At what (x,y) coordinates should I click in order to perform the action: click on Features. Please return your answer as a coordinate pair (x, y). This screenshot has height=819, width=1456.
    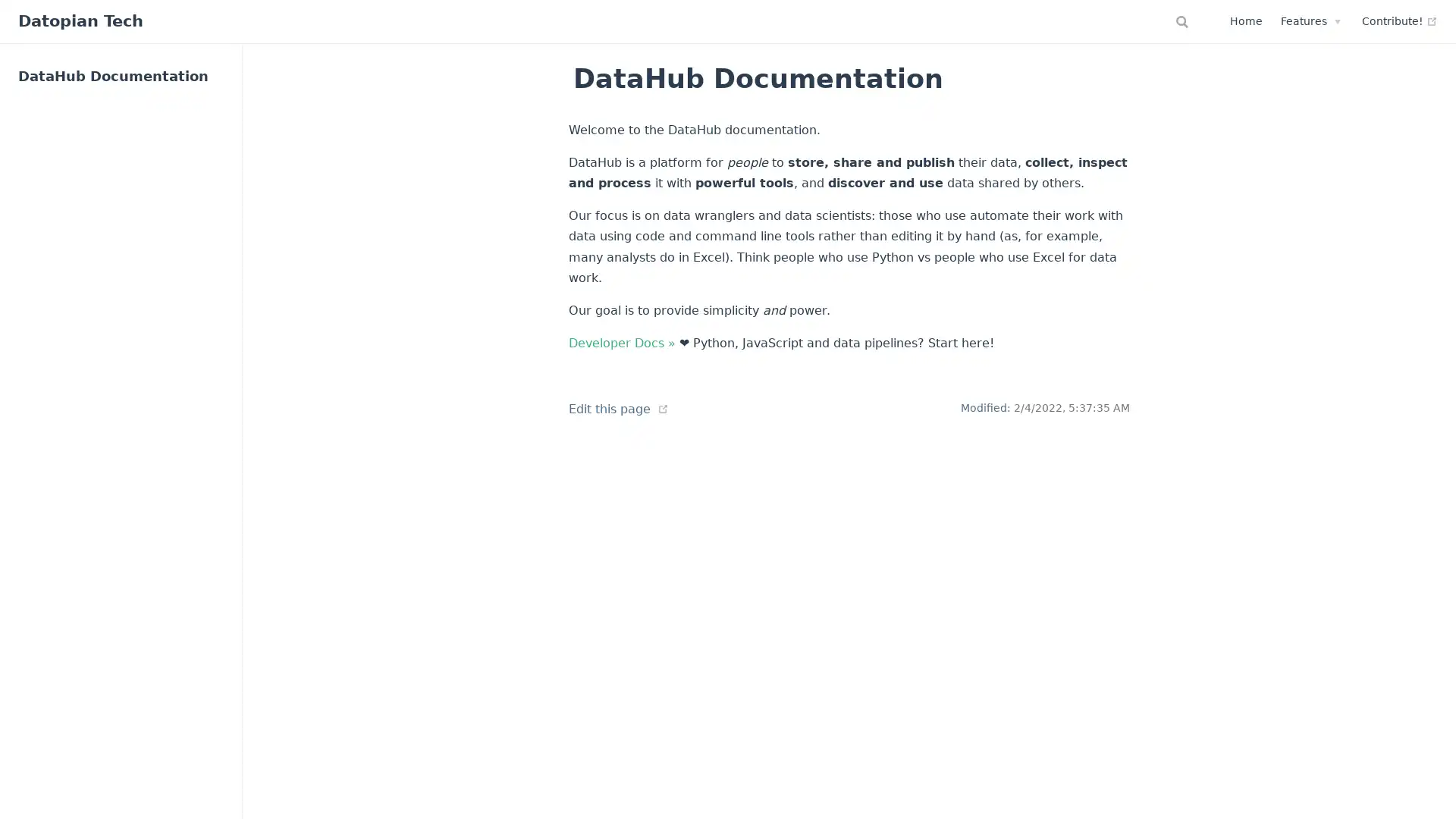
    Looking at the image, I should click on (1310, 20).